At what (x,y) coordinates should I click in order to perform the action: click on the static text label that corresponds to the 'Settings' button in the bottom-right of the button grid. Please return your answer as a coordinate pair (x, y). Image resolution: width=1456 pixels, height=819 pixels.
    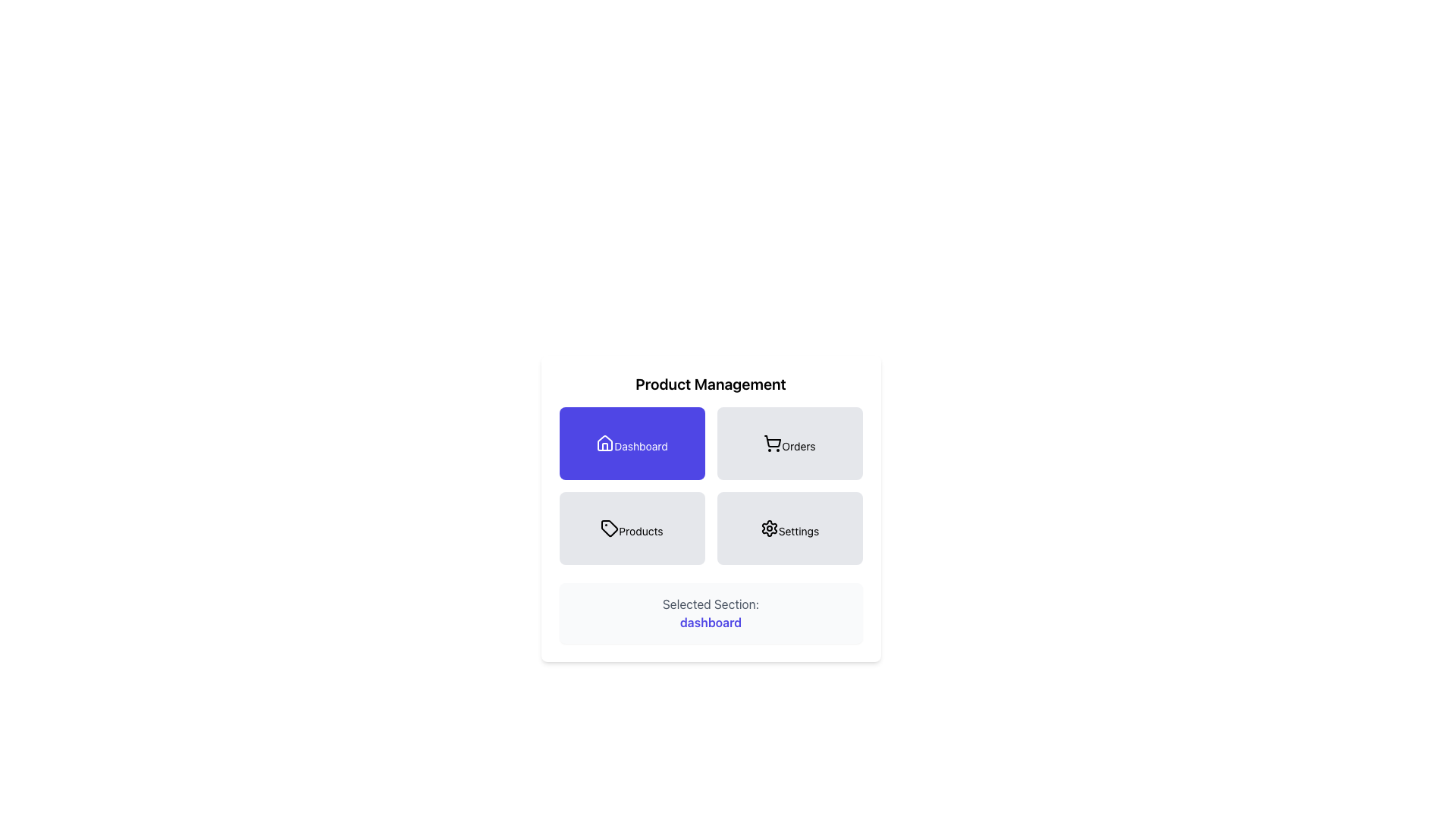
    Looking at the image, I should click on (798, 531).